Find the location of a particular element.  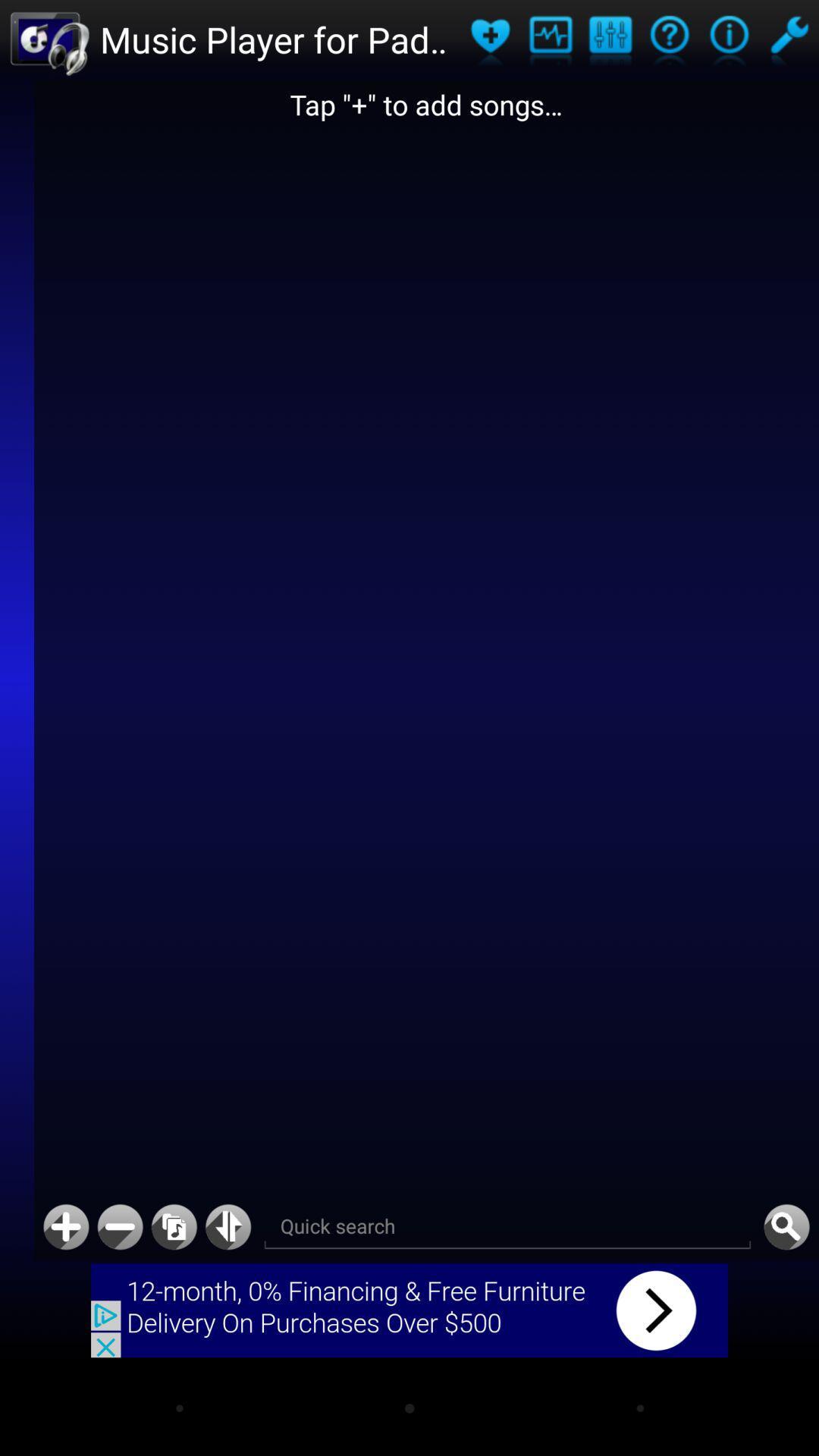

decrease audio is located at coordinates (119, 1227).